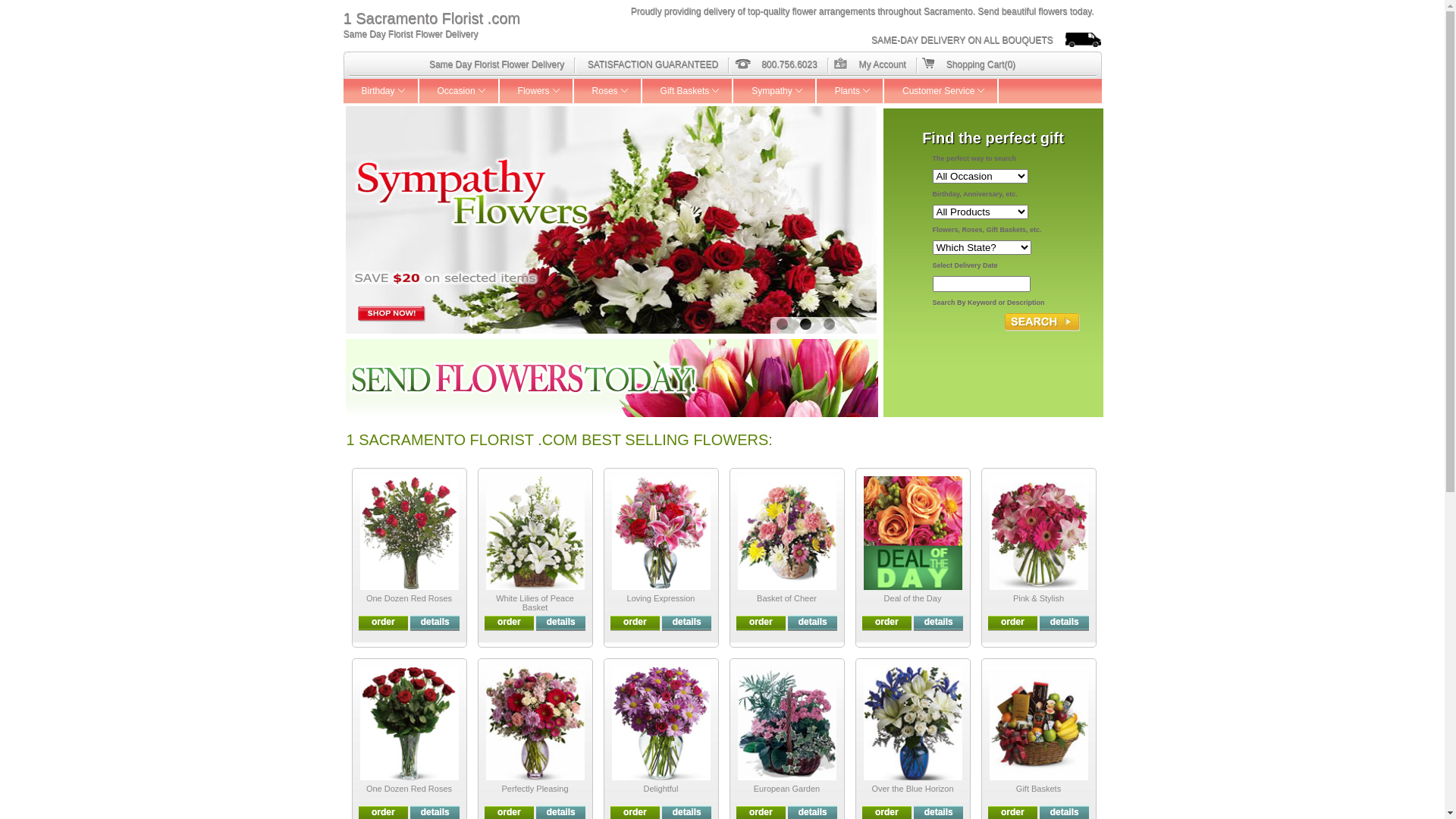 The image size is (1456, 819). Describe the element at coordinates (774, 90) in the screenshot. I see `'Sympathy'` at that location.